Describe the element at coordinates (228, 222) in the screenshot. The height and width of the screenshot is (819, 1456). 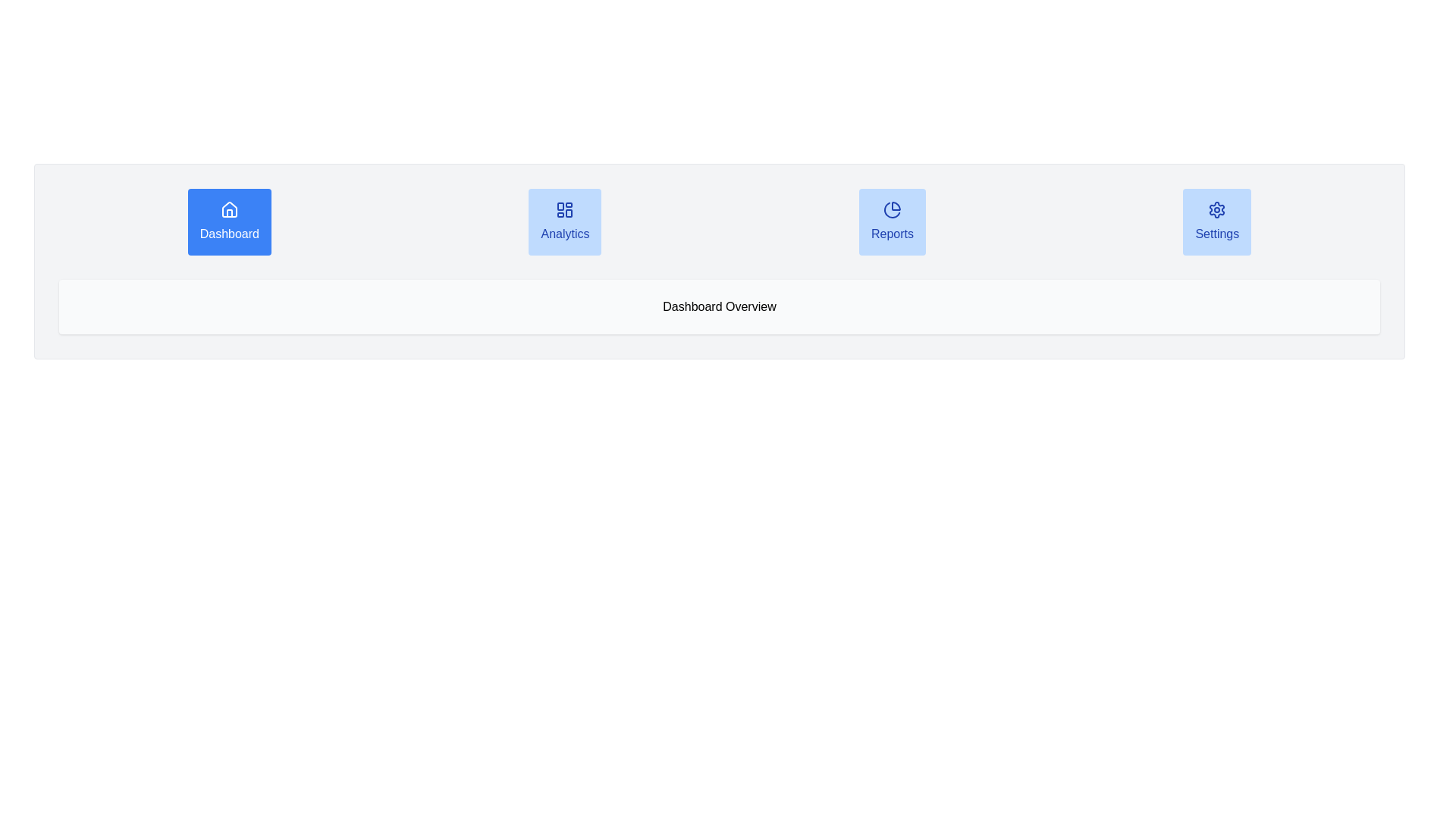
I see `the blue 'Dashboard' button with a house icon` at that location.